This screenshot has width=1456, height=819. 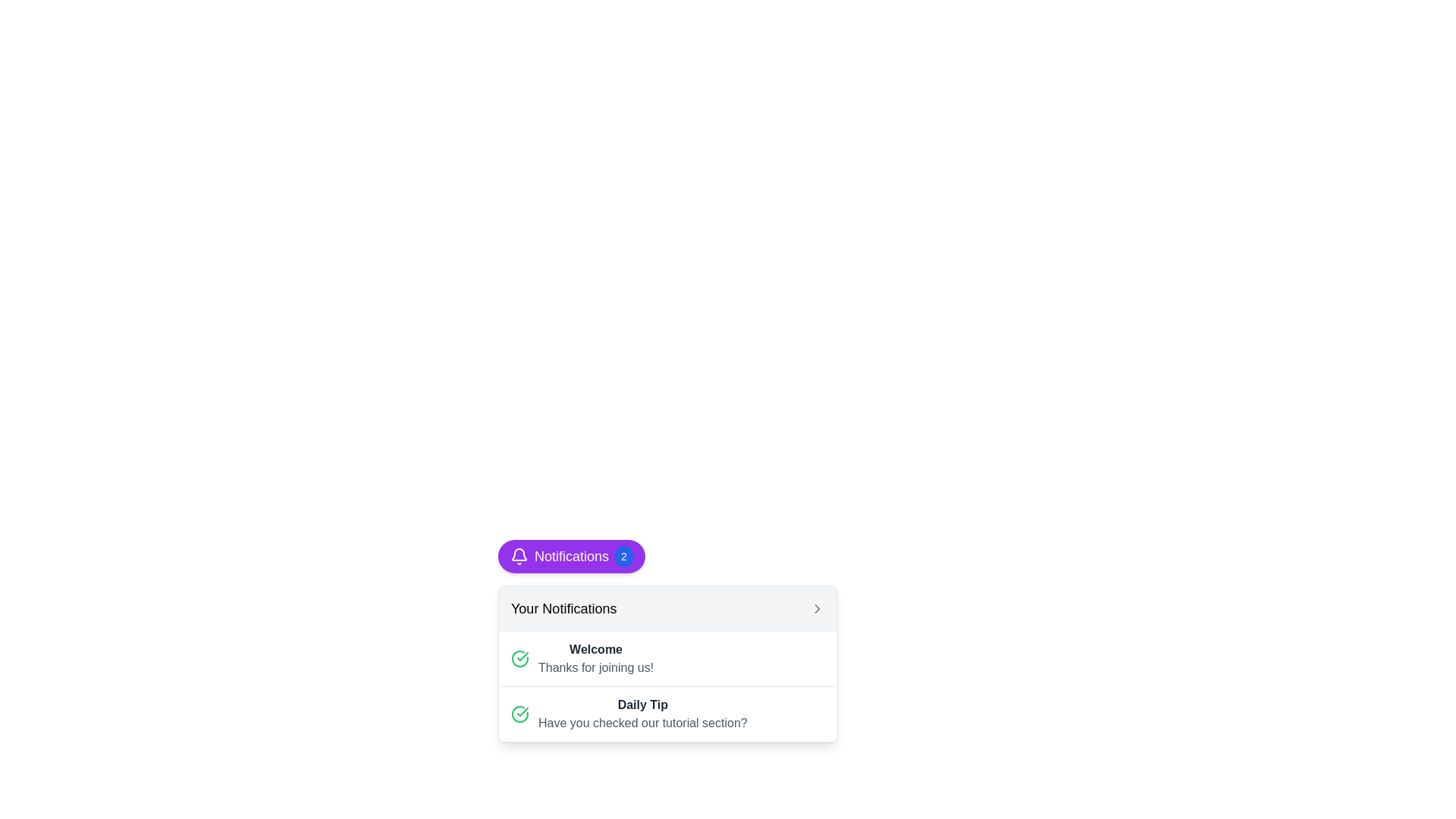 I want to click on the notifications badge, which indicates the number of notifications and is located at the top-right corner of the purple 'Notifications' button, so click(x=623, y=556).